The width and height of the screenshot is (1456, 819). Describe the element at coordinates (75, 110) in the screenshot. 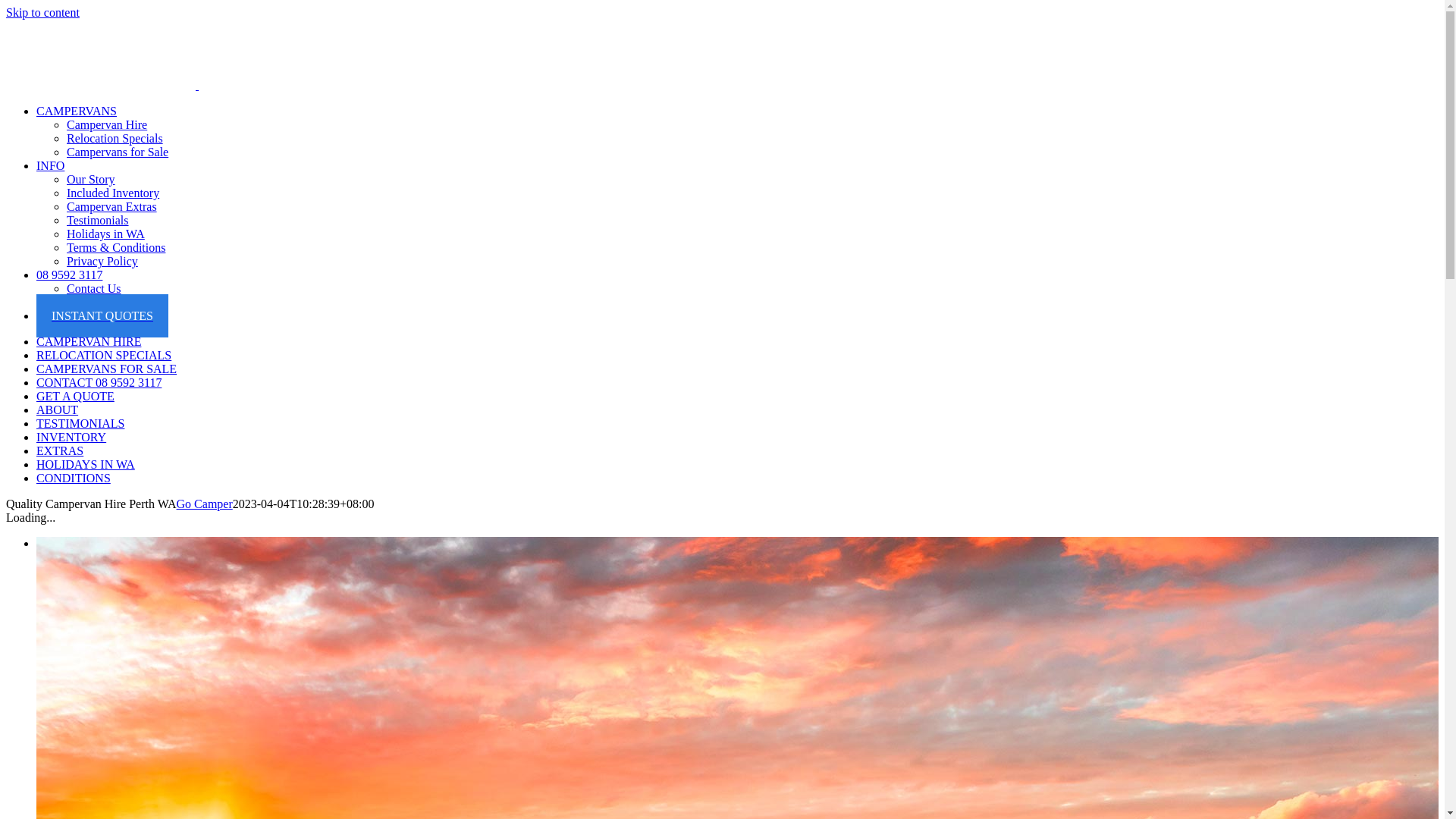

I see `'CAMPERVANS'` at that location.